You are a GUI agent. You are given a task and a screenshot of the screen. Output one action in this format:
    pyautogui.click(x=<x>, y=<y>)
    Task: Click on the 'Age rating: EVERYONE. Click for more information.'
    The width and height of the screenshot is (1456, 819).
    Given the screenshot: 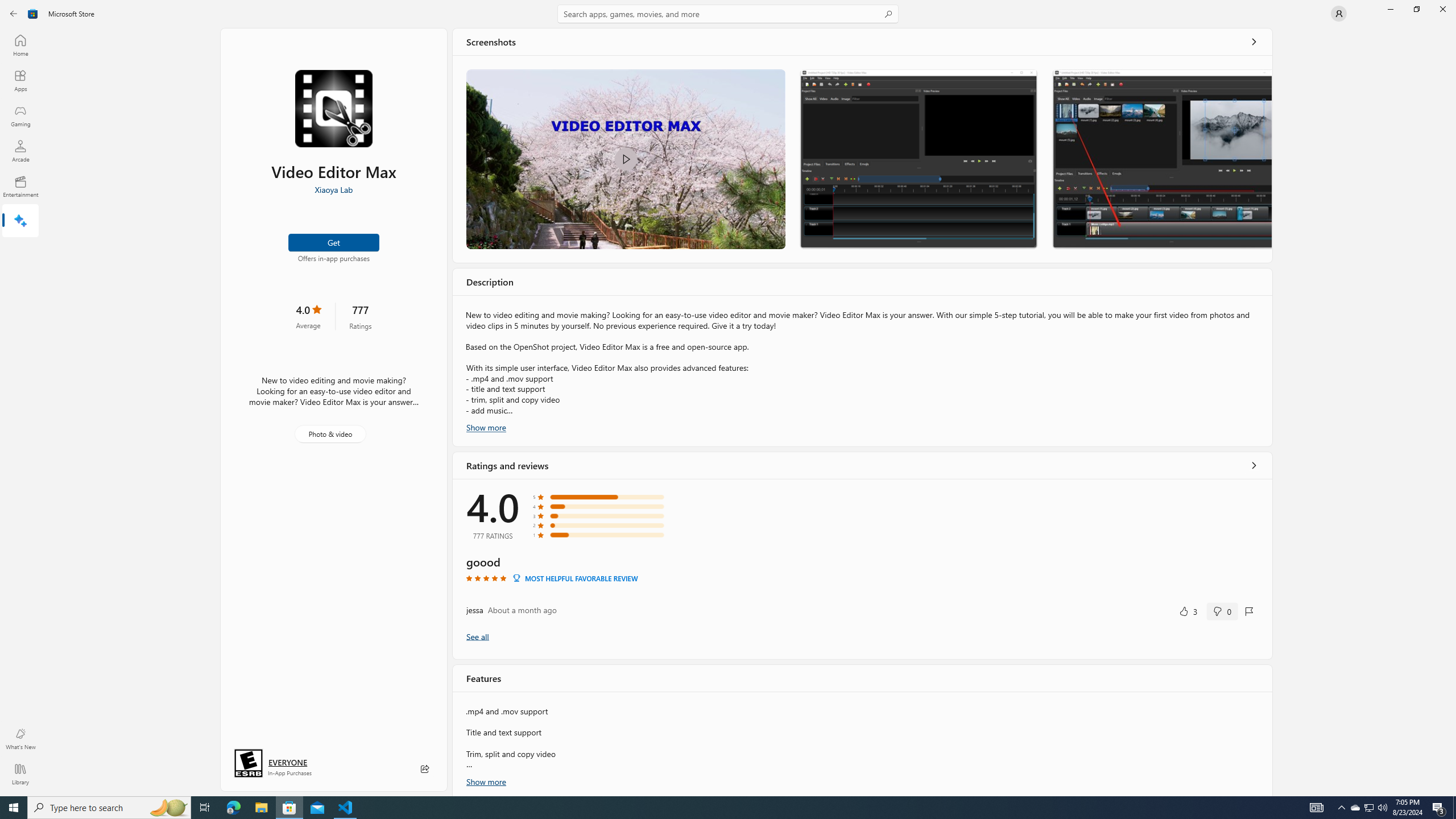 What is the action you would take?
    pyautogui.click(x=287, y=762)
    